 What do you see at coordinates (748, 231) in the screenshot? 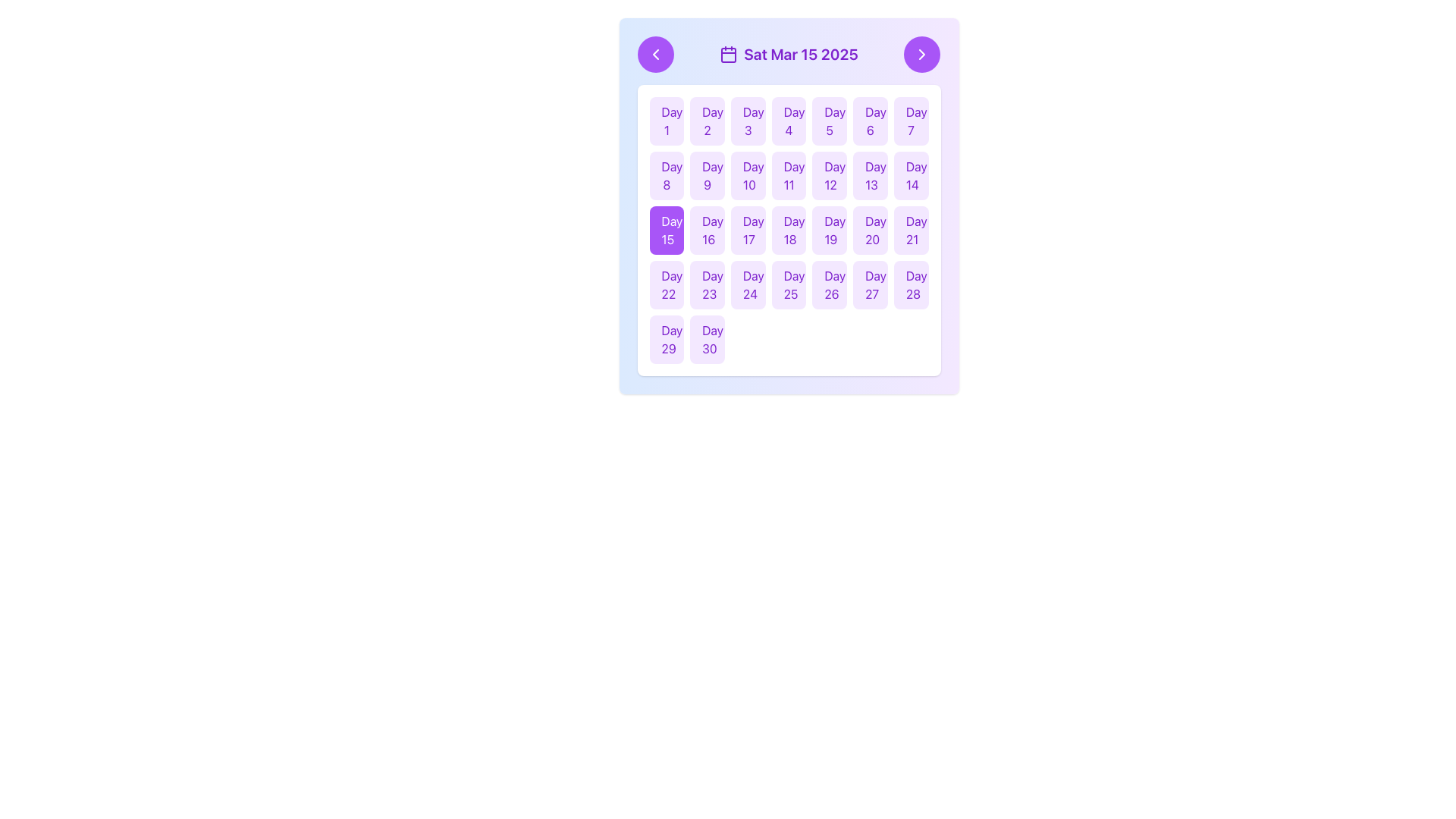
I see `the 'Day 17' button in the calendar interface` at bounding box center [748, 231].